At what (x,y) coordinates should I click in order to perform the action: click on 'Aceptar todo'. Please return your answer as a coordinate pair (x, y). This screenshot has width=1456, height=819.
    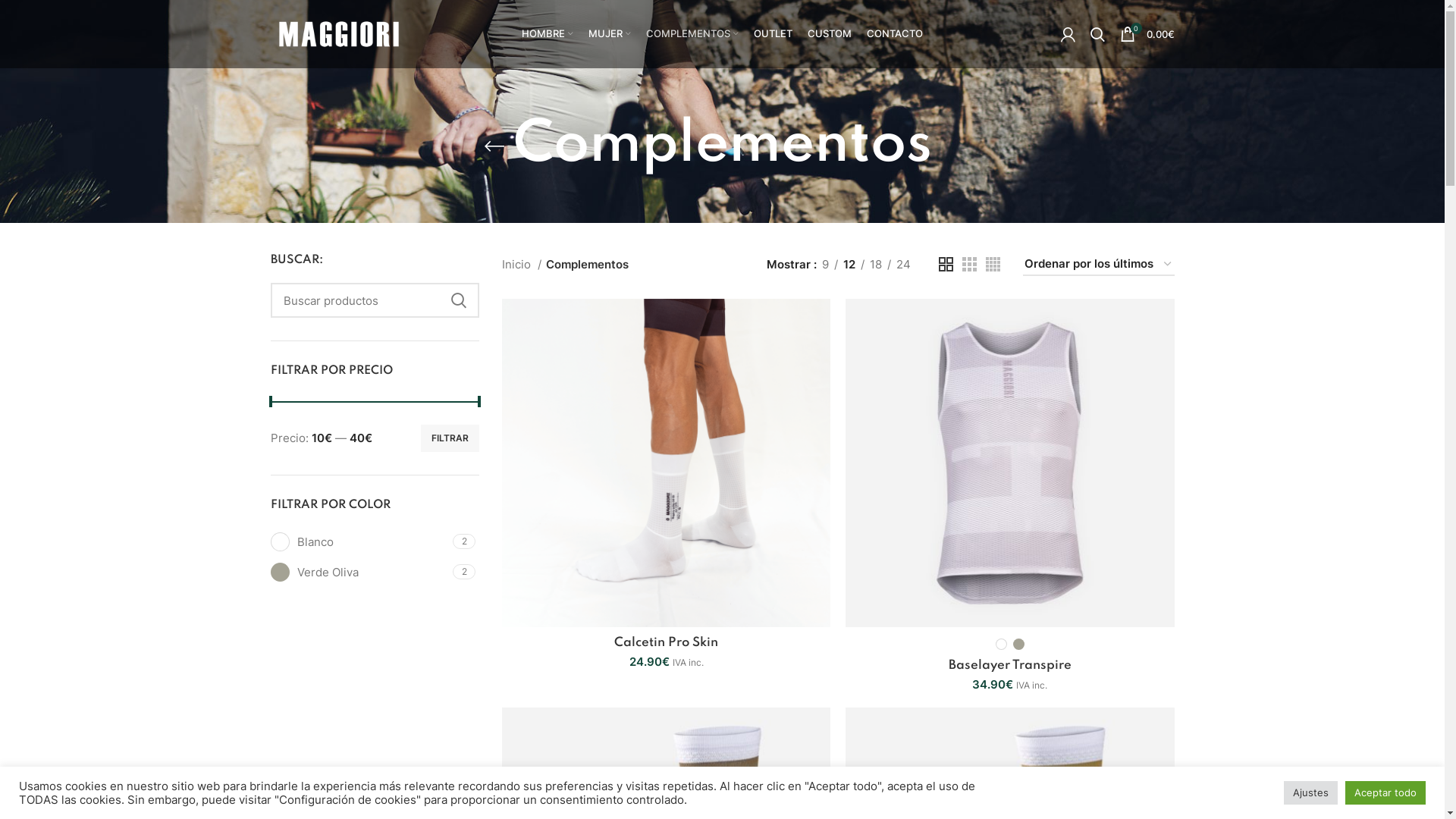
    Looking at the image, I should click on (1345, 792).